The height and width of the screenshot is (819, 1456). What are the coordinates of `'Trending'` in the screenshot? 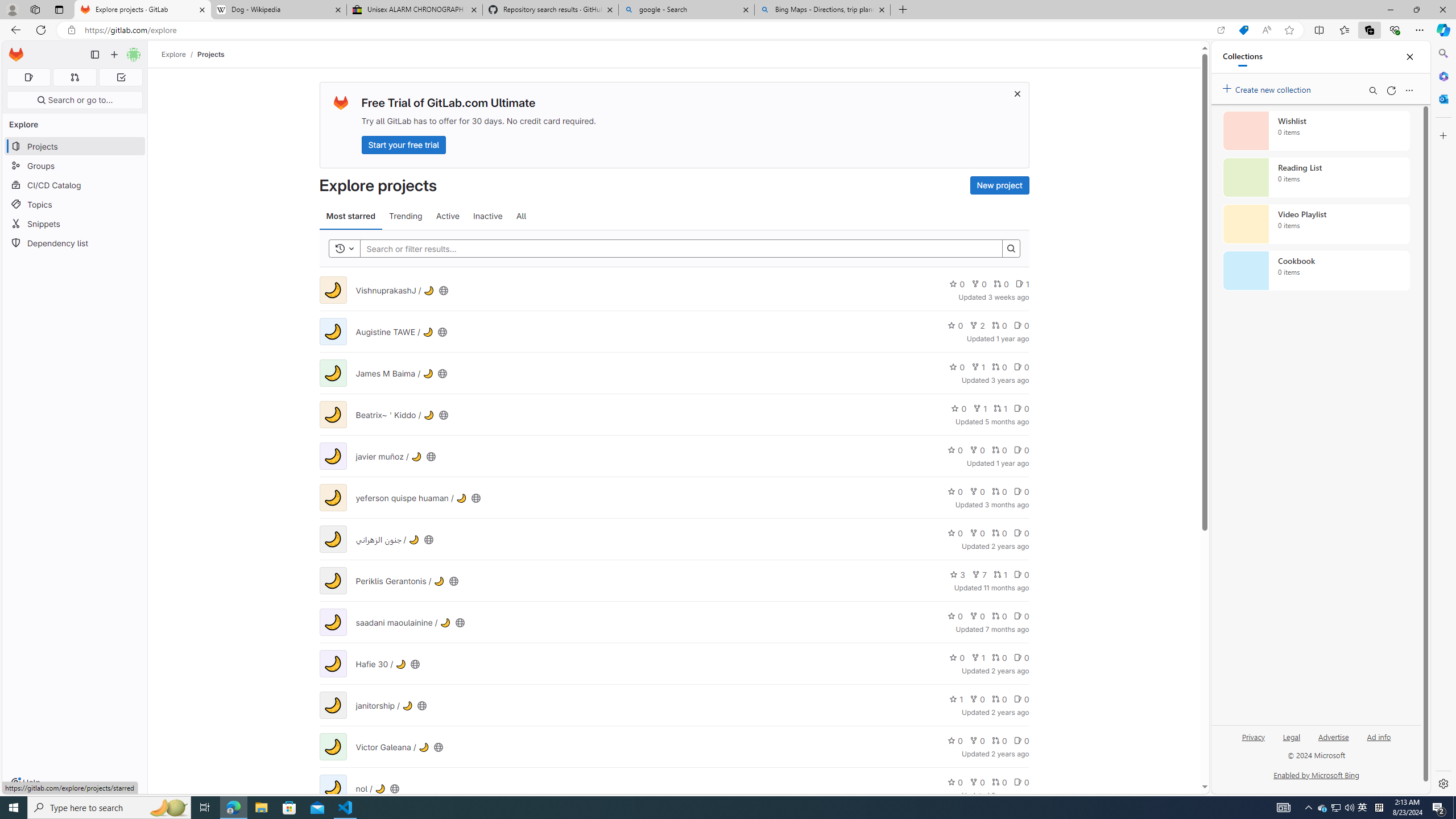 It's located at (405, 216).